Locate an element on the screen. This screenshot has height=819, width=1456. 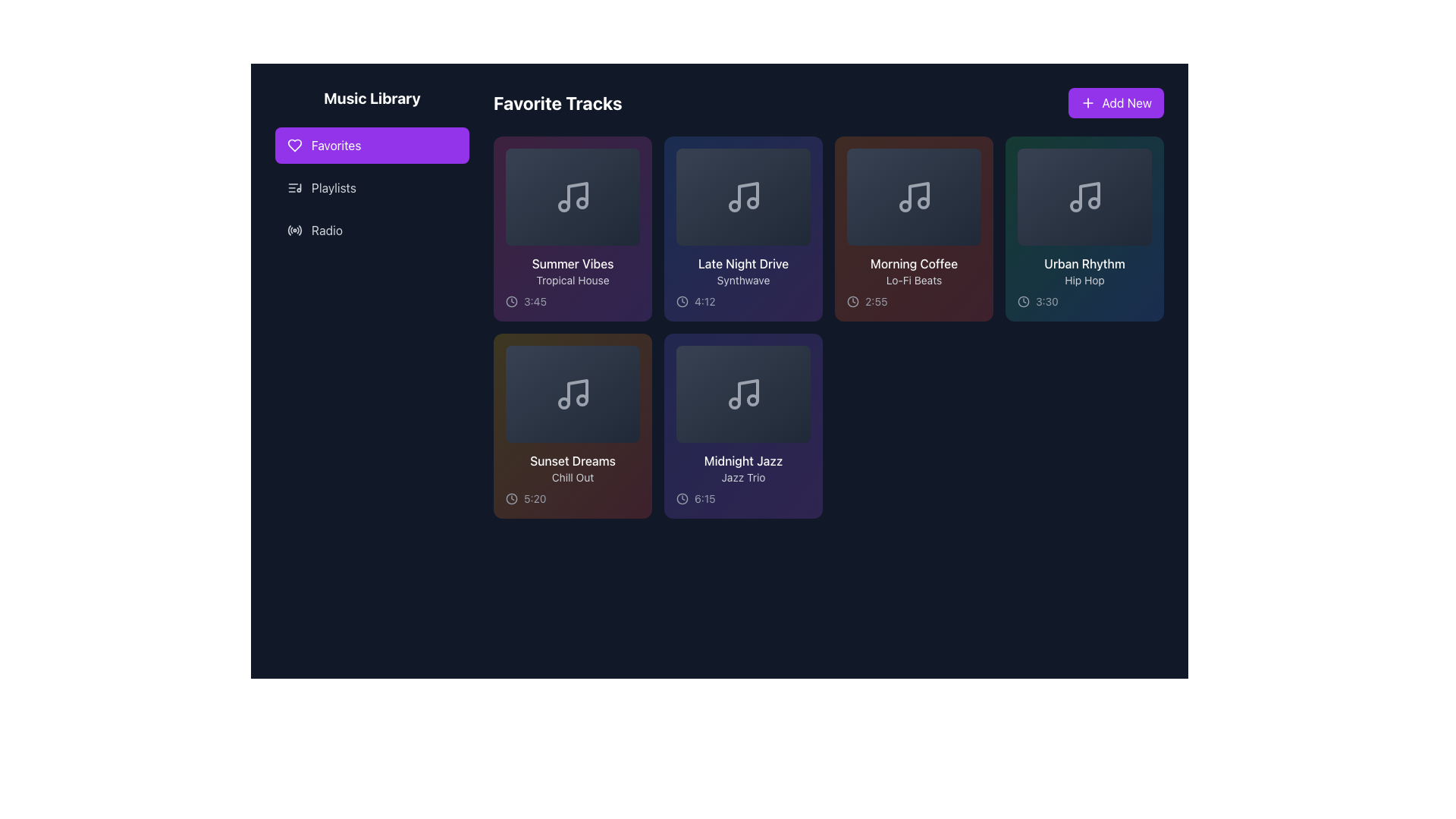
the 'Playlists' icon in the navigation panel is located at coordinates (294, 187).